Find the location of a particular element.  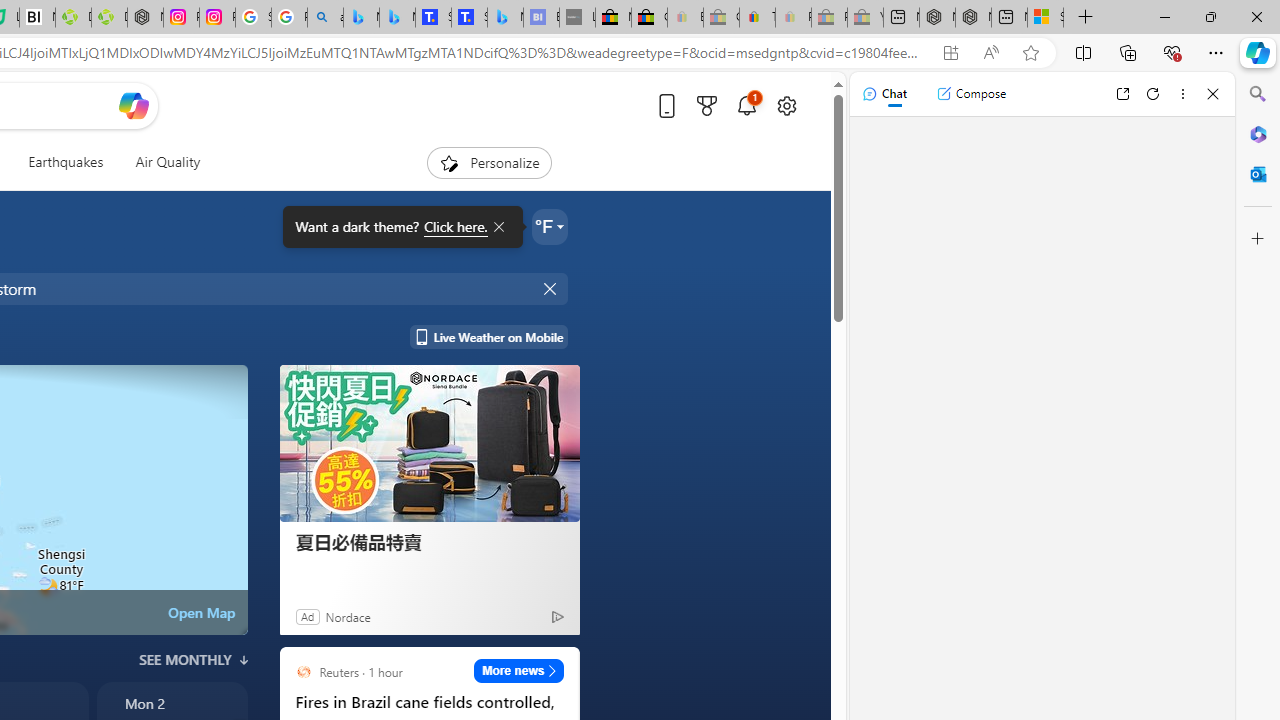

'Weather settings' is located at coordinates (549, 225).